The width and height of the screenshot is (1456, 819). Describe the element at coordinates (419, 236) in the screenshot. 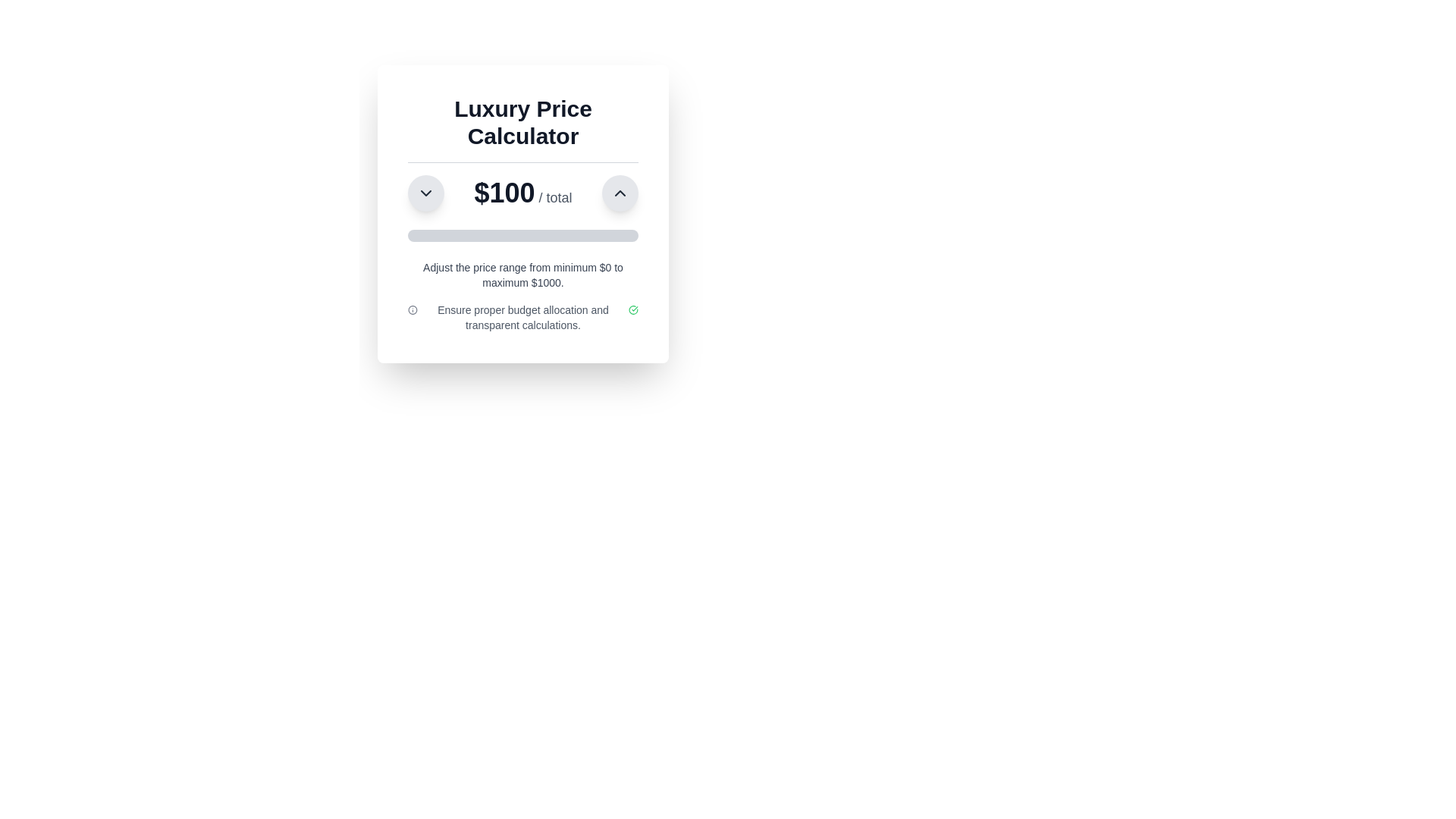

I see `the progress indicator within the progress bar to interact or adjust its value` at that location.